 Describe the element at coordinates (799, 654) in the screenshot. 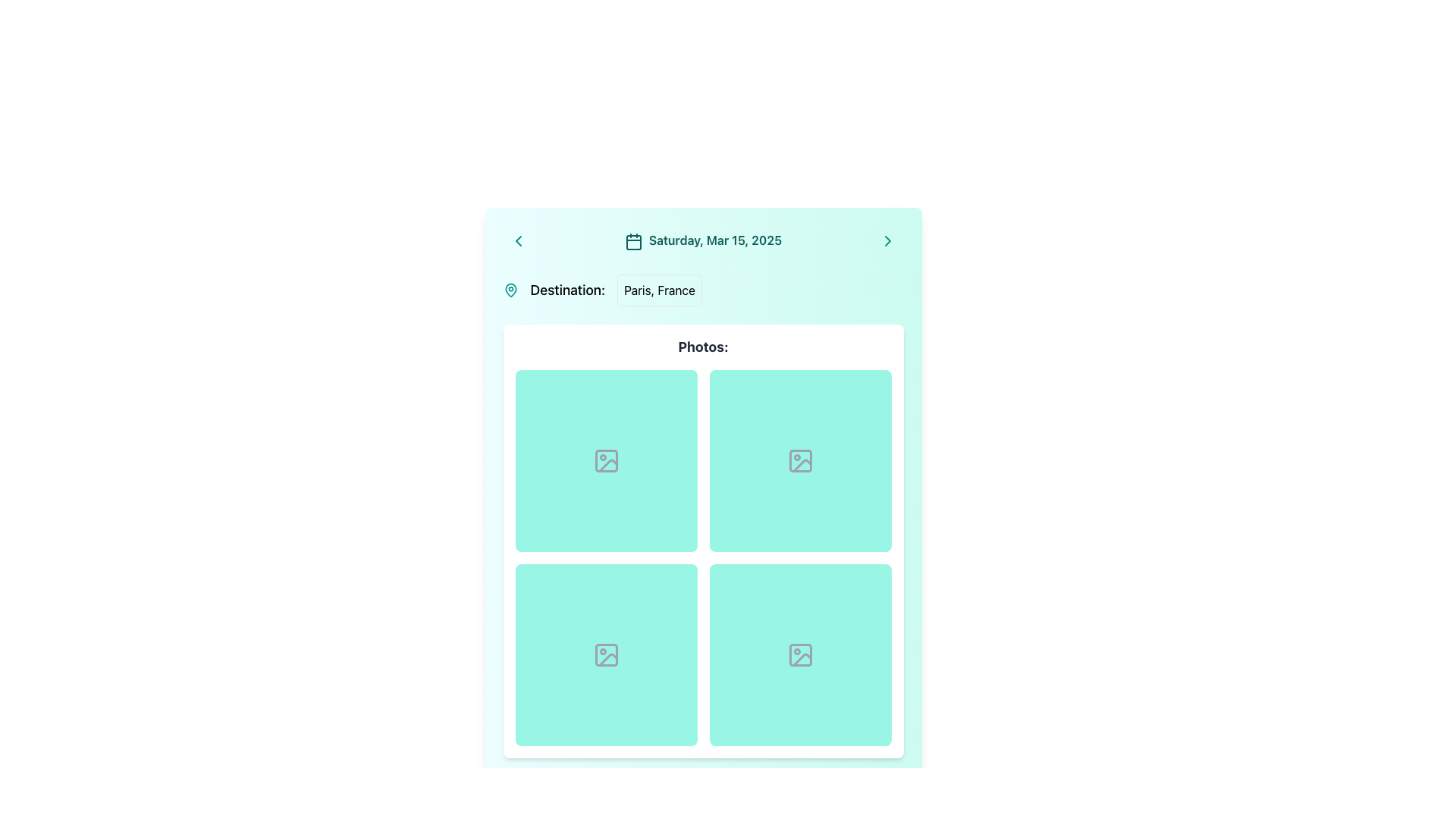

I see `the gray outline icon representing an image in the bottom-right corner of the Photos section` at that location.